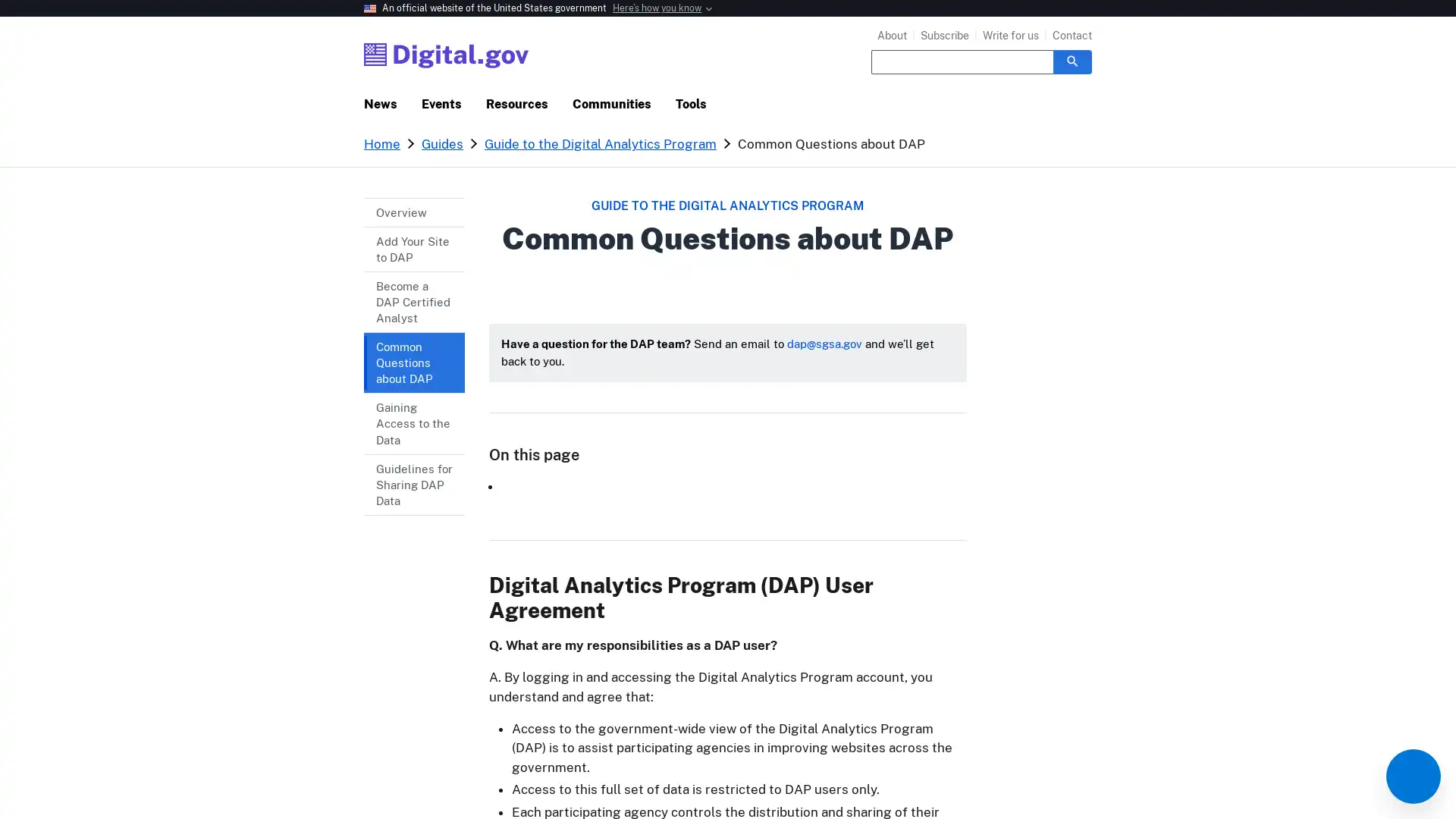 The height and width of the screenshot is (819, 1456). Describe the element at coordinates (1412, 776) in the screenshot. I see `edit` at that location.